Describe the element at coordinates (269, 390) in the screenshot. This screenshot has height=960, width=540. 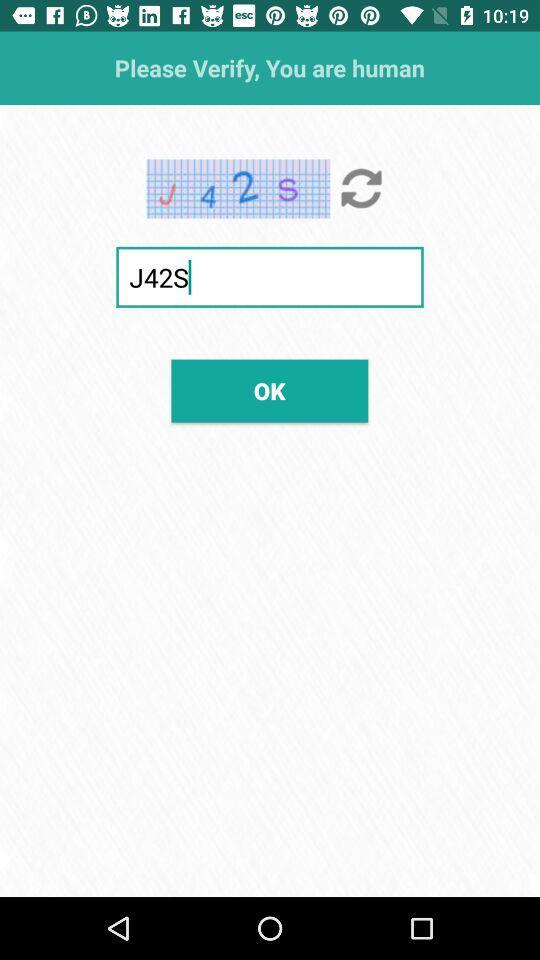
I see `the item at the center` at that location.